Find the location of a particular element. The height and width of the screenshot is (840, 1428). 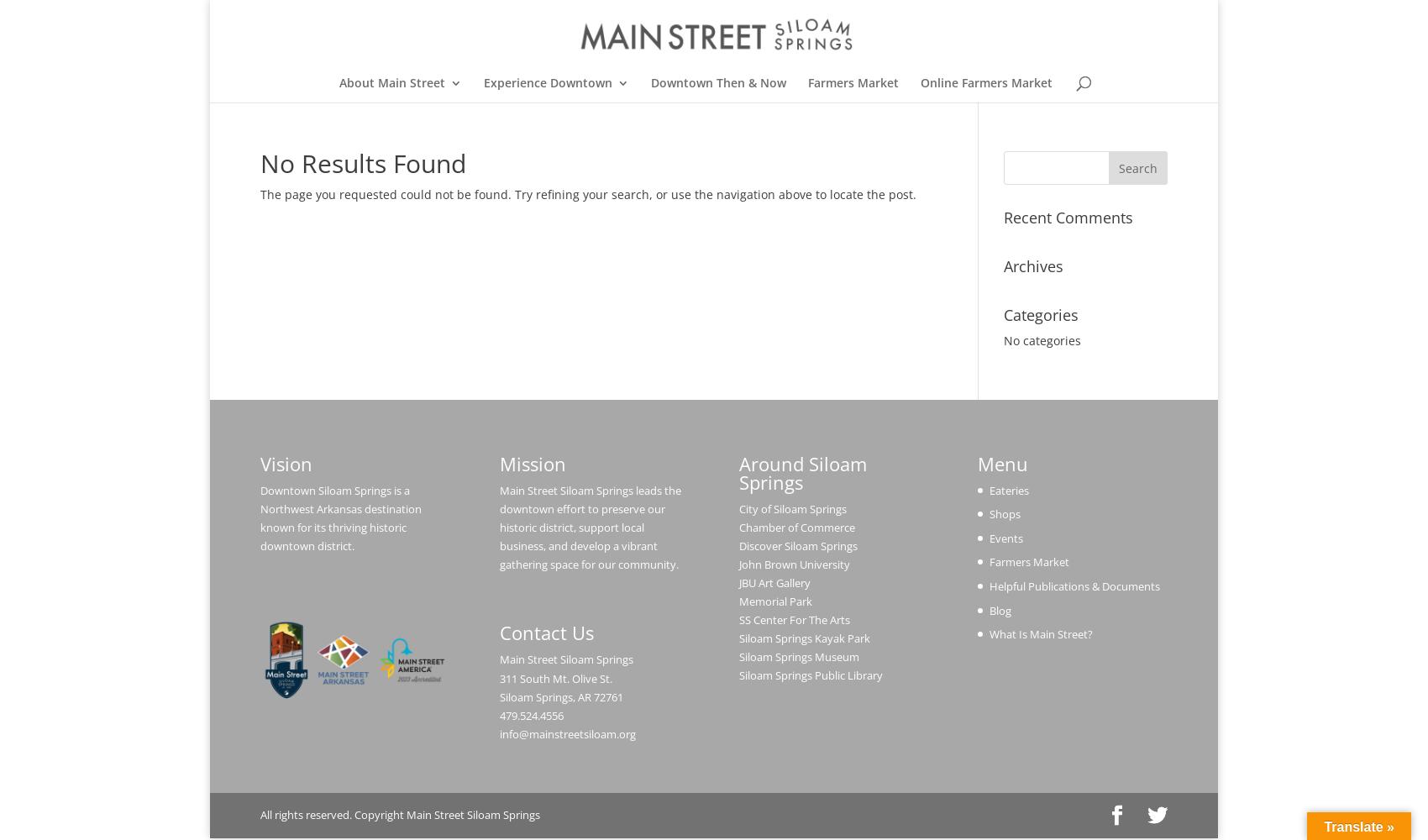

'No Results Found' is located at coordinates (363, 162).